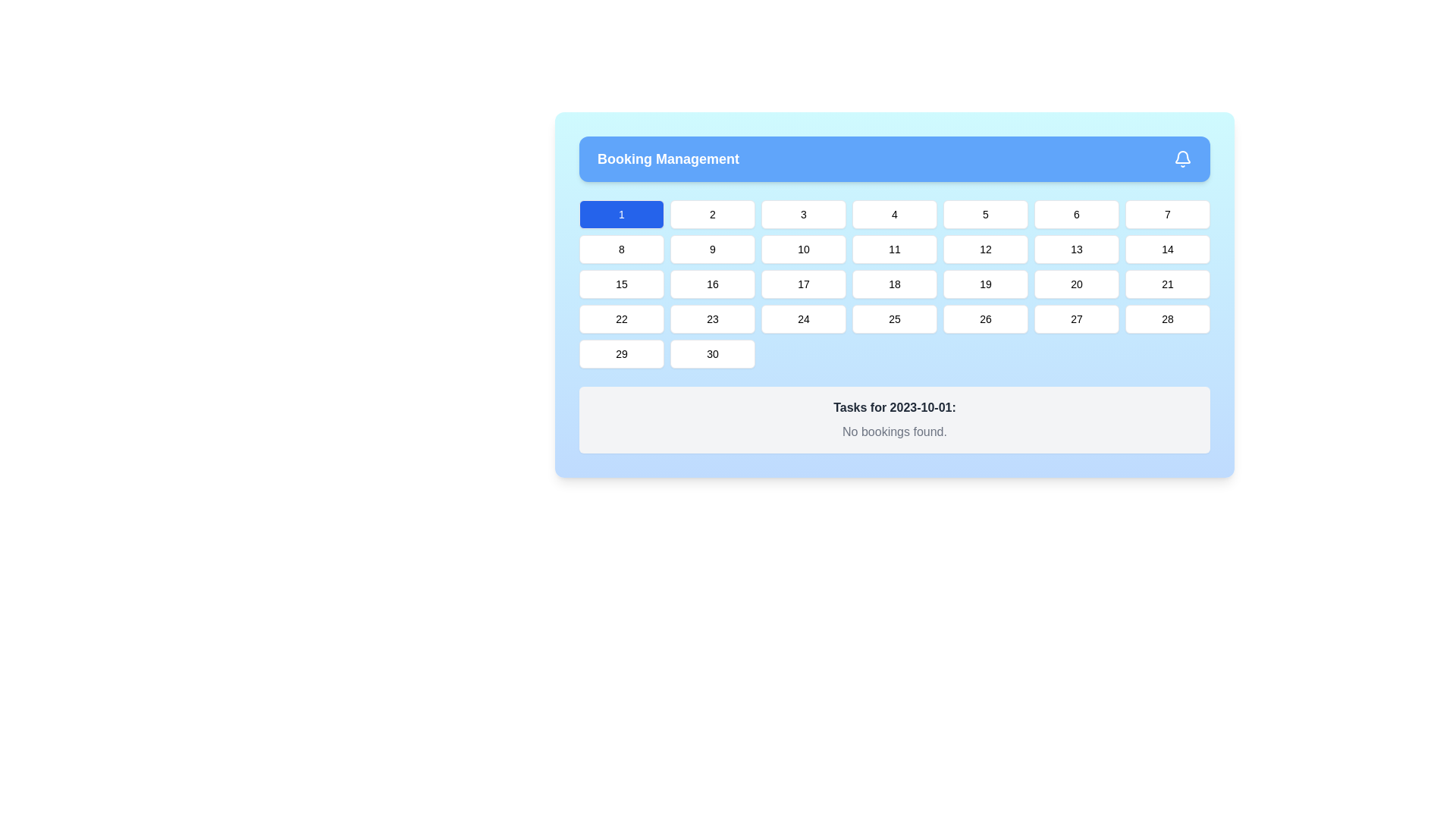  I want to click on the button labeled '12', which is located in the second row and sixth column of the grid layout, directly below the button labeled '5' and adjacent to '11' and '13', so click(986, 248).